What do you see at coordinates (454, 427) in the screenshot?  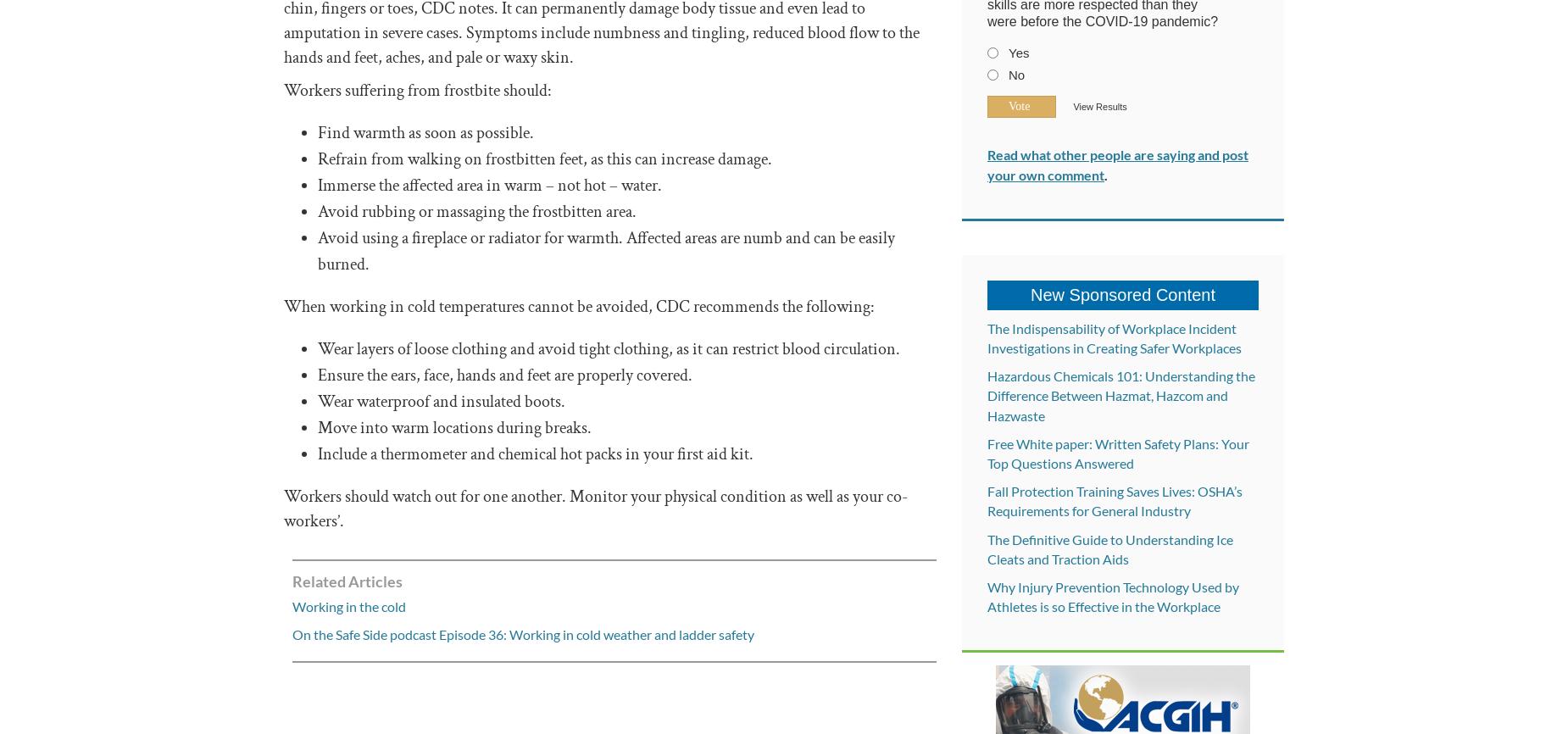 I see `'Move into warm locations during breaks.'` at bounding box center [454, 427].